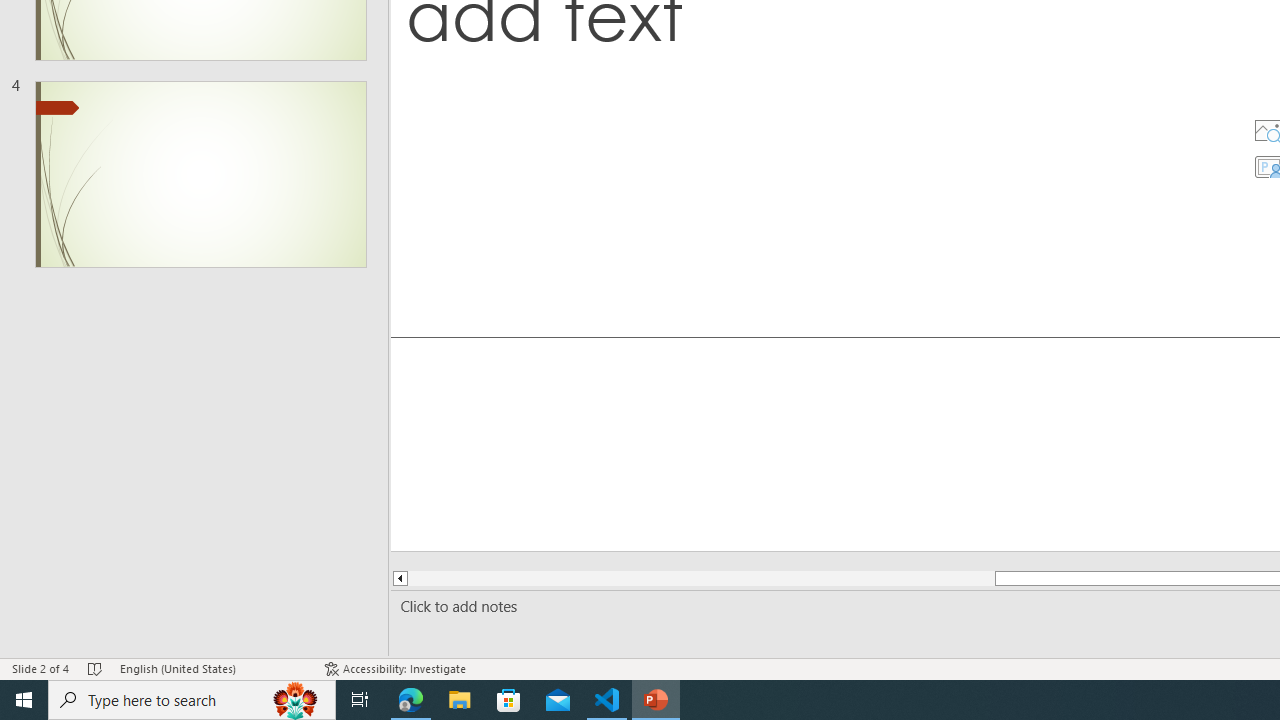 The image size is (1280, 720). What do you see at coordinates (95, 669) in the screenshot?
I see `'Spell Check No Errors'` at bounding box center [95, 669].